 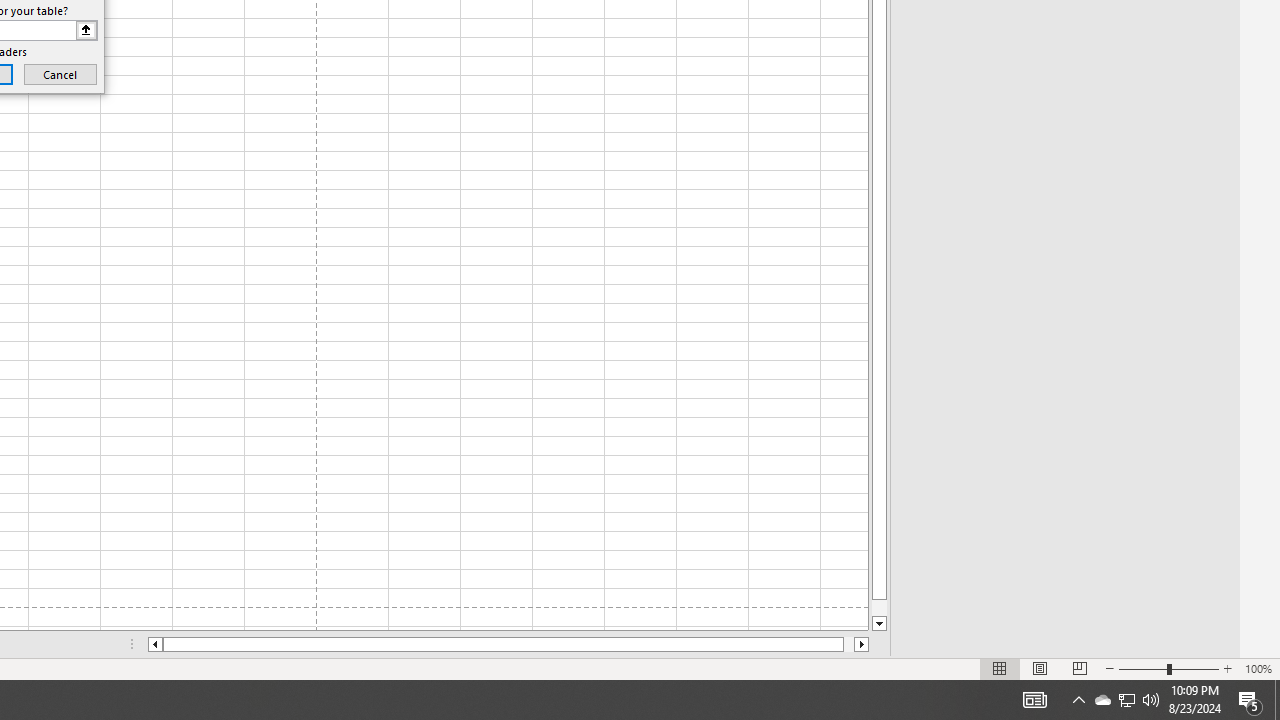 What do you see at coordinates (848, 644) in the screenshot?
I see `'Page right'` at bounding box center [848, 644].